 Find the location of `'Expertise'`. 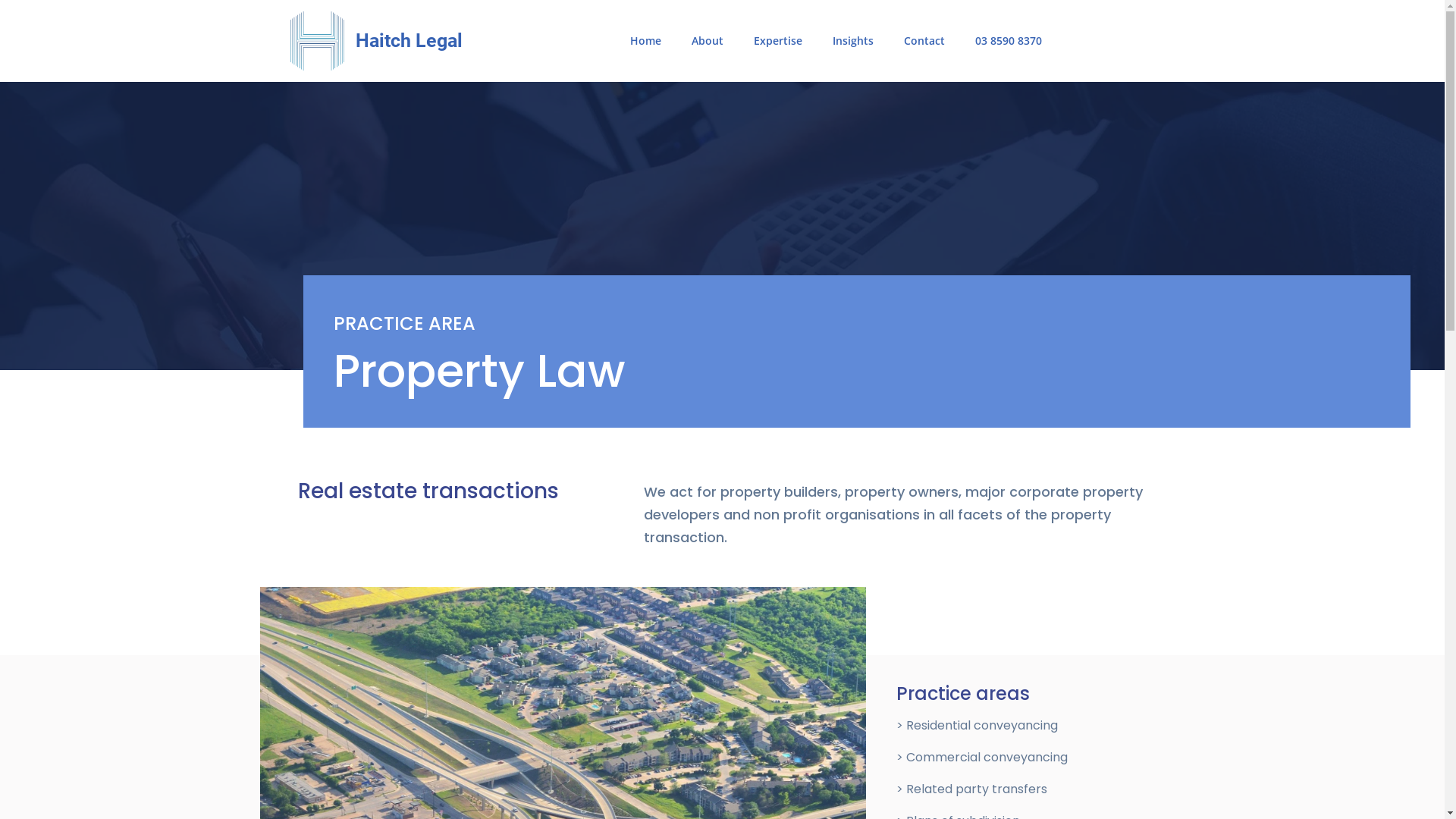

'Expertise' is located at coordinates (778, 40).